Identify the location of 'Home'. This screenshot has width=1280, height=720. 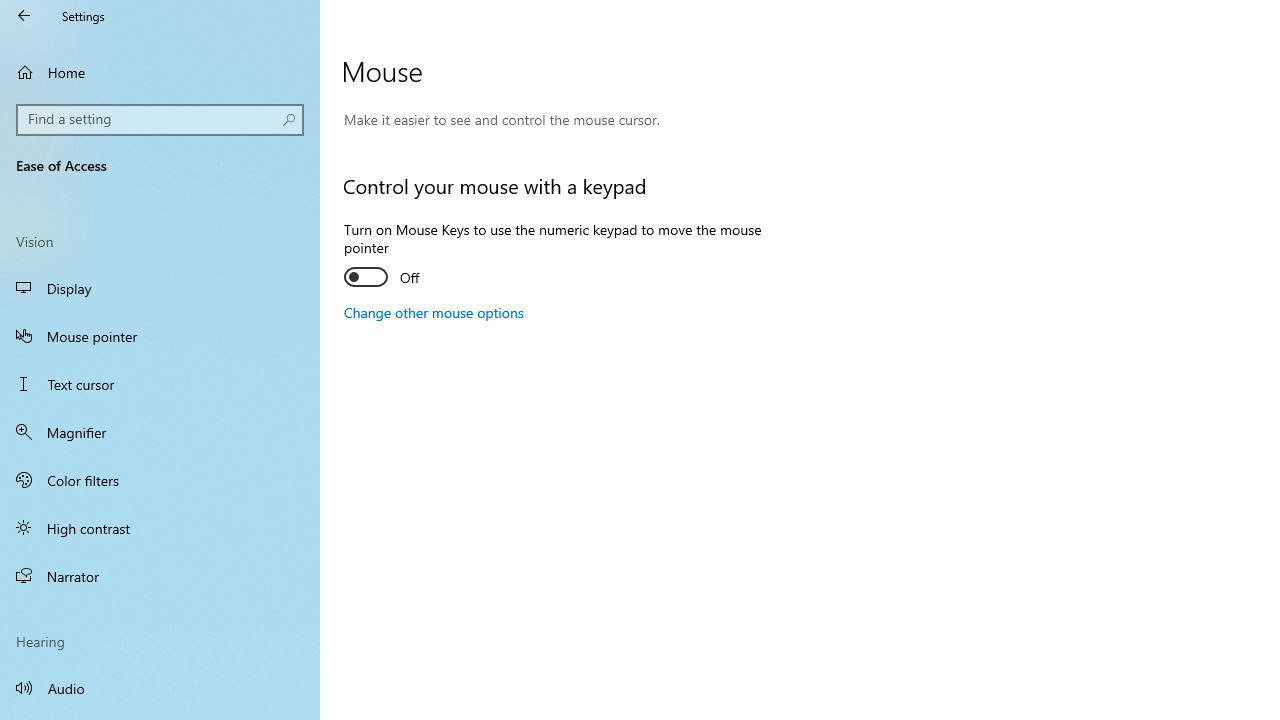
(160, 71).